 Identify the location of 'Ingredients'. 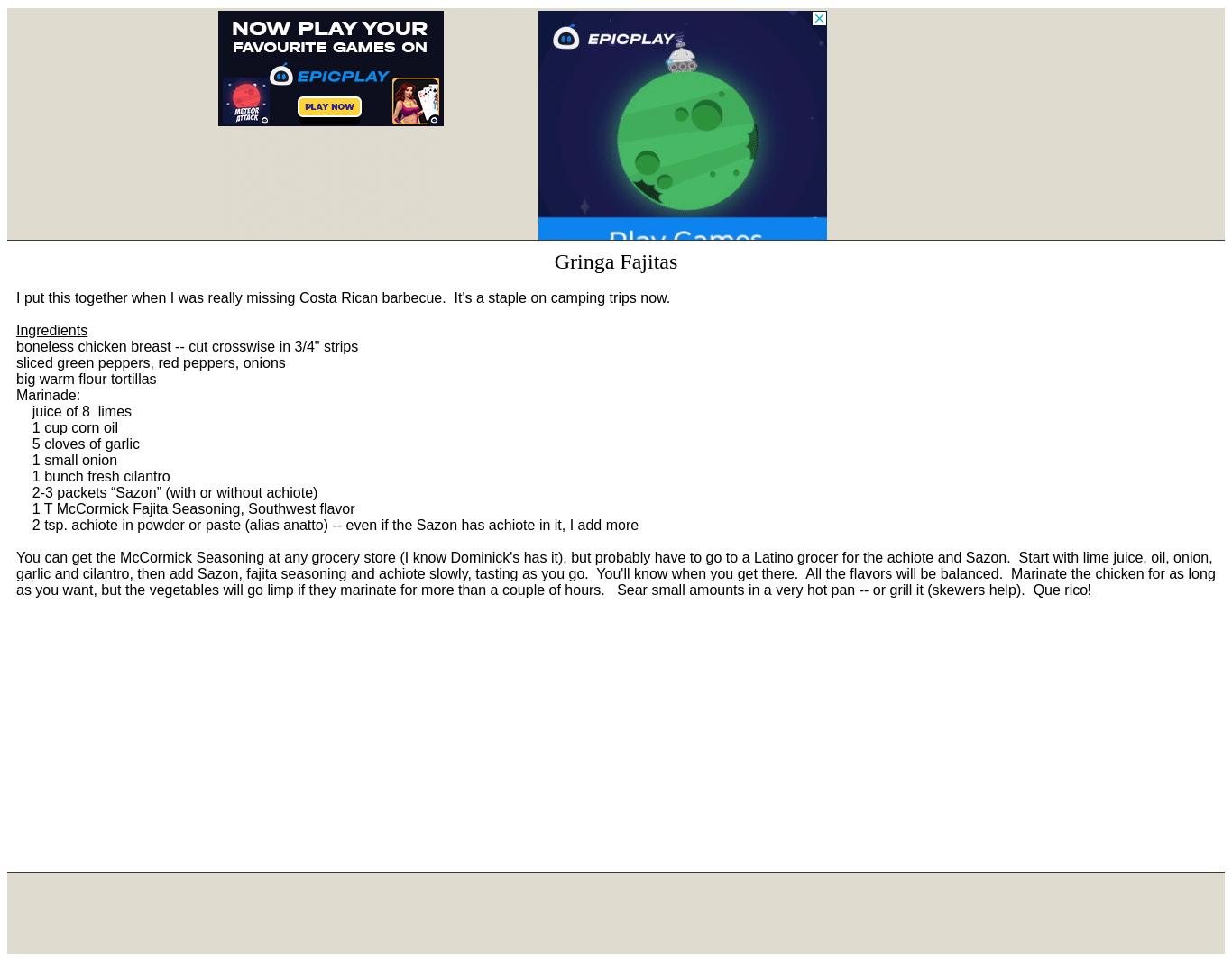
(51, 330).